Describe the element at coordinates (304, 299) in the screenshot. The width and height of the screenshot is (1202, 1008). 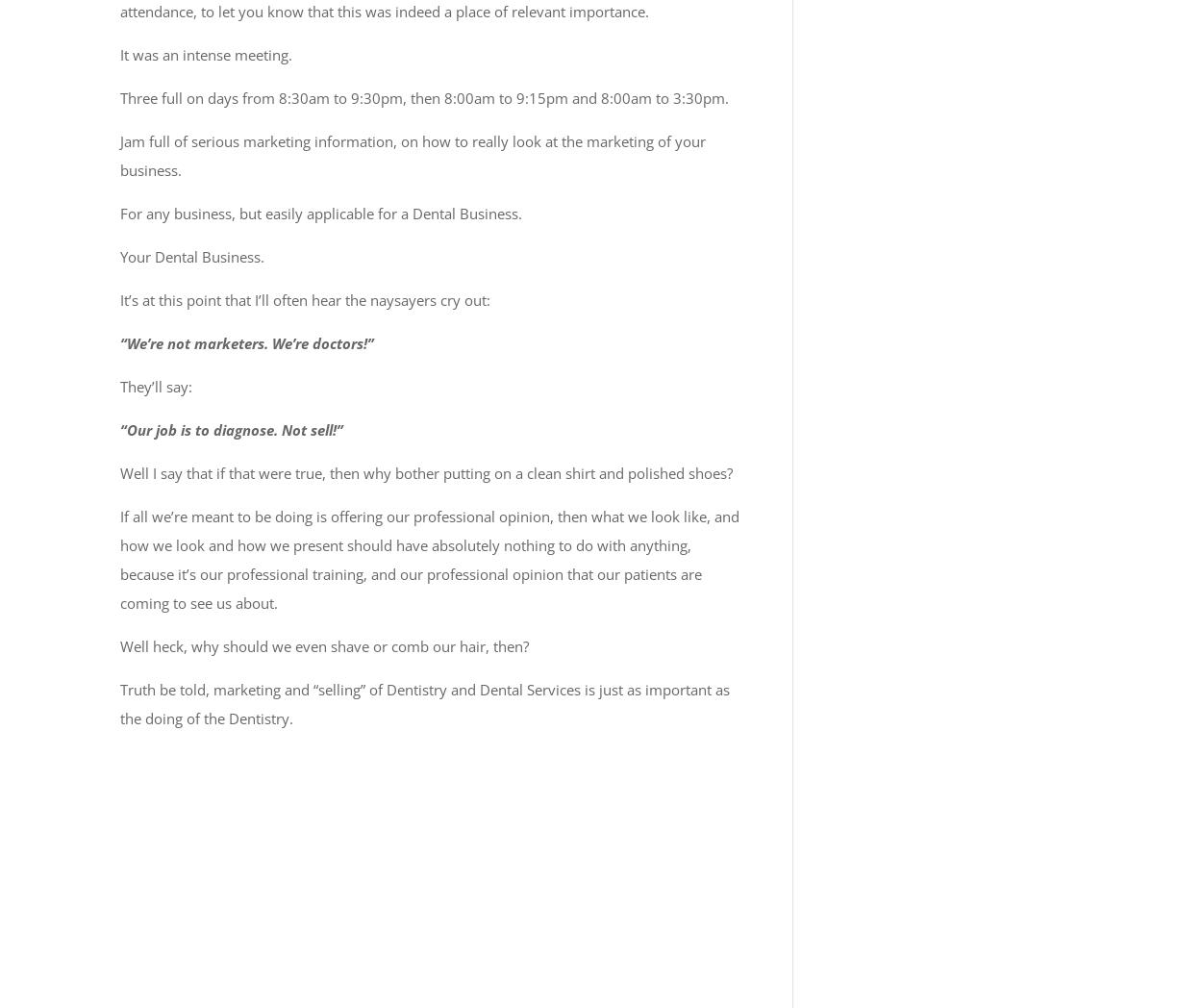
I see `'It’s at this point that I’ll often hear the naysayers cry out:'` at that location.